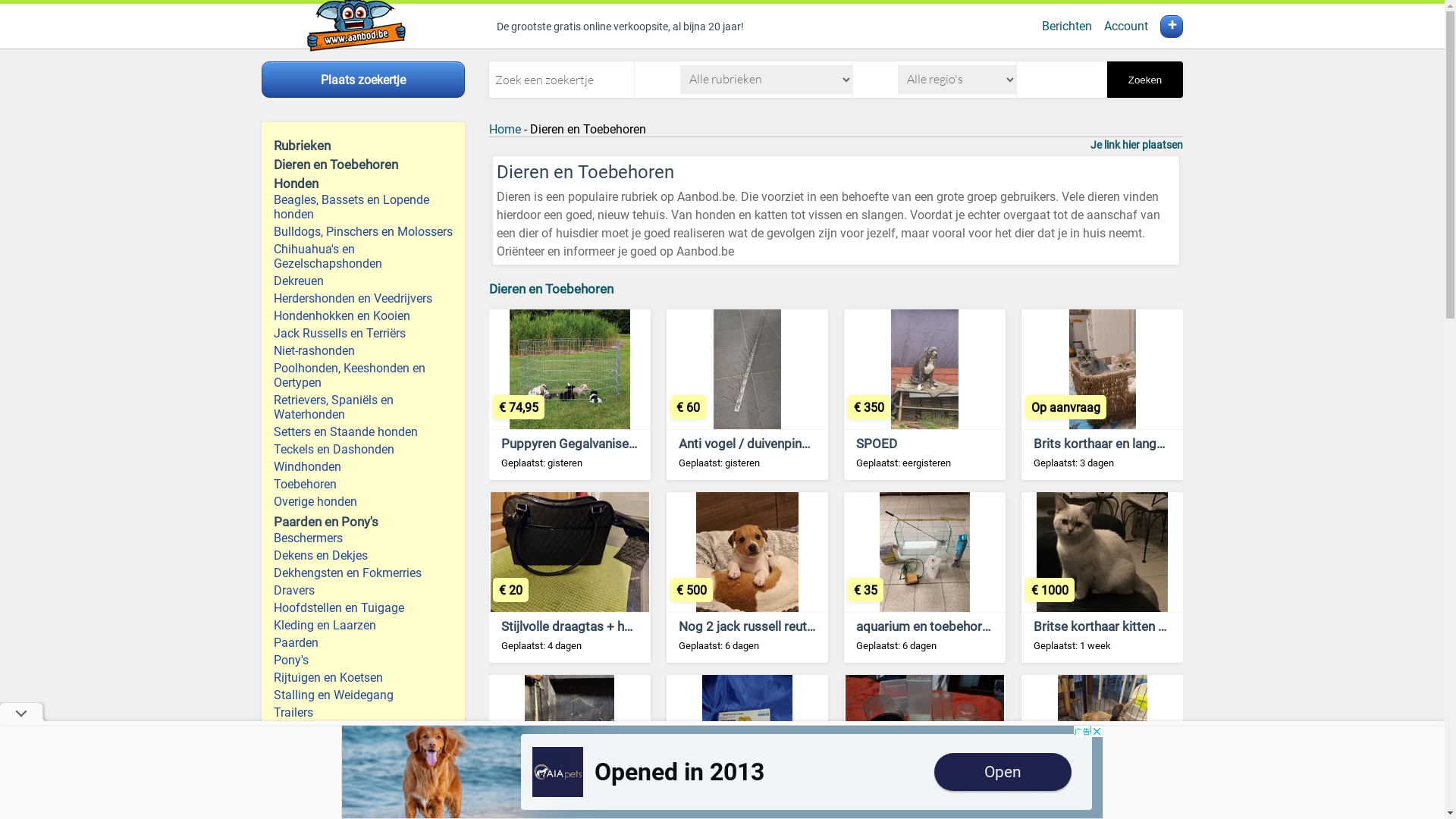 The width and height of the screenshot is (1456, 819). Describe the element at coordinates (362, 607) in the screenshot. I see `'Hoofdstellen en Tuigage'` at that location.